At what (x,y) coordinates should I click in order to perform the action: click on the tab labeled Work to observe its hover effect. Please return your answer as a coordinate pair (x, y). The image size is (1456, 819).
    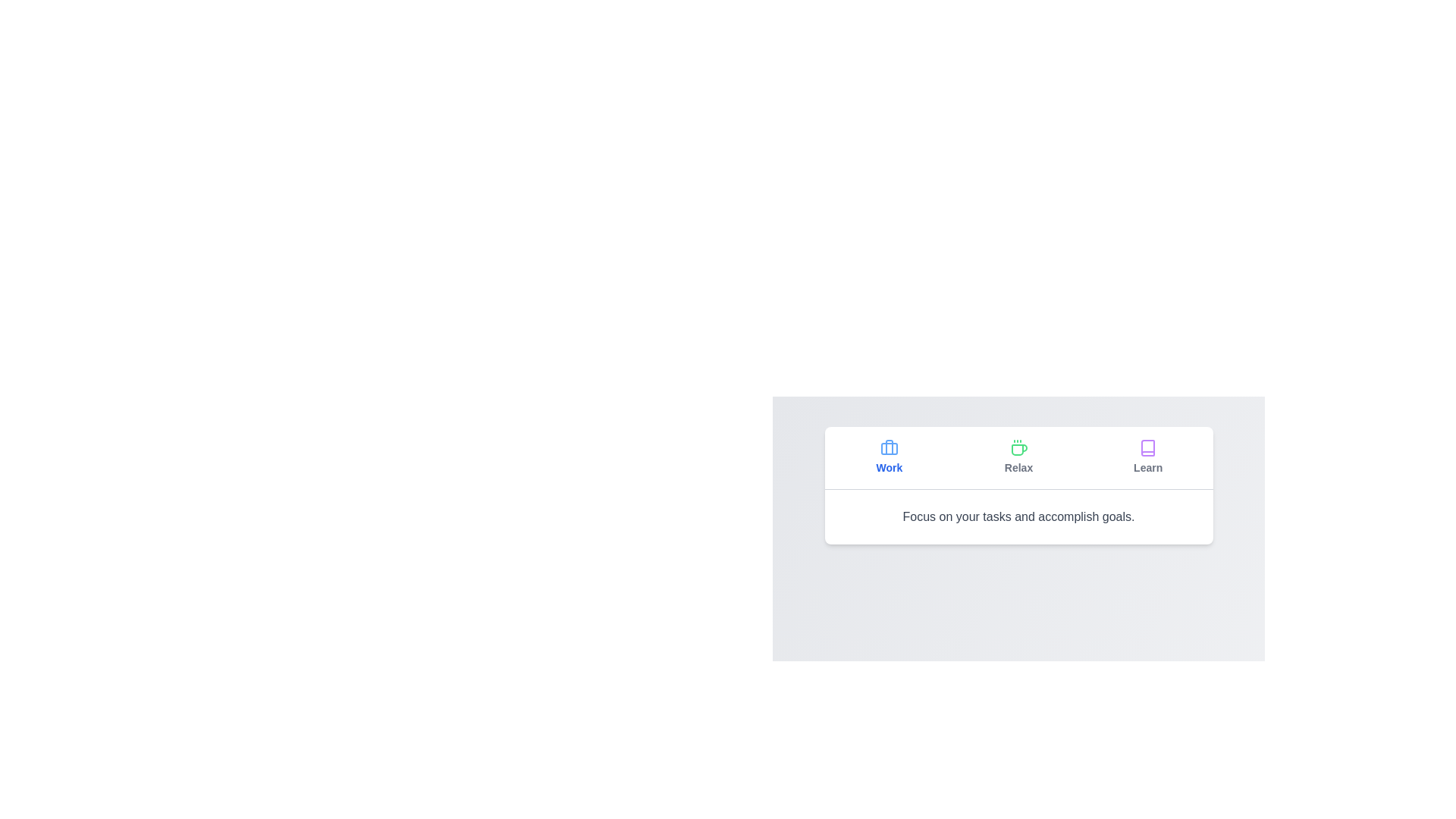
    Looking at the image, I should click on (889, 457).